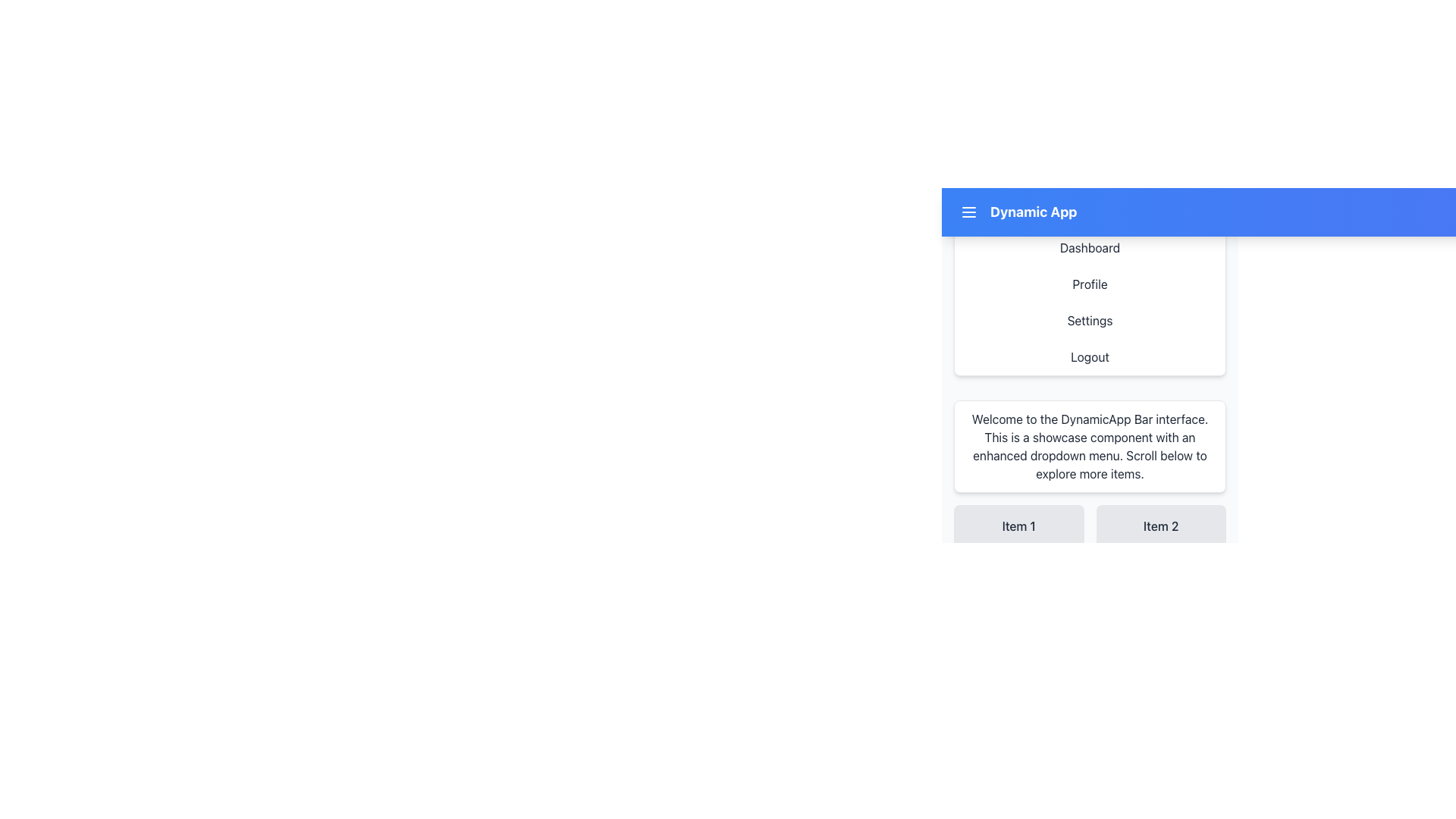  What do you see at coordinates (1160, 526) in the screenshot?
I see `the Text Label representing 'Item 2', which is positioned as the second item in a horizontal arrangement at the bottom of the interface` at bounding box center [1160, 526].